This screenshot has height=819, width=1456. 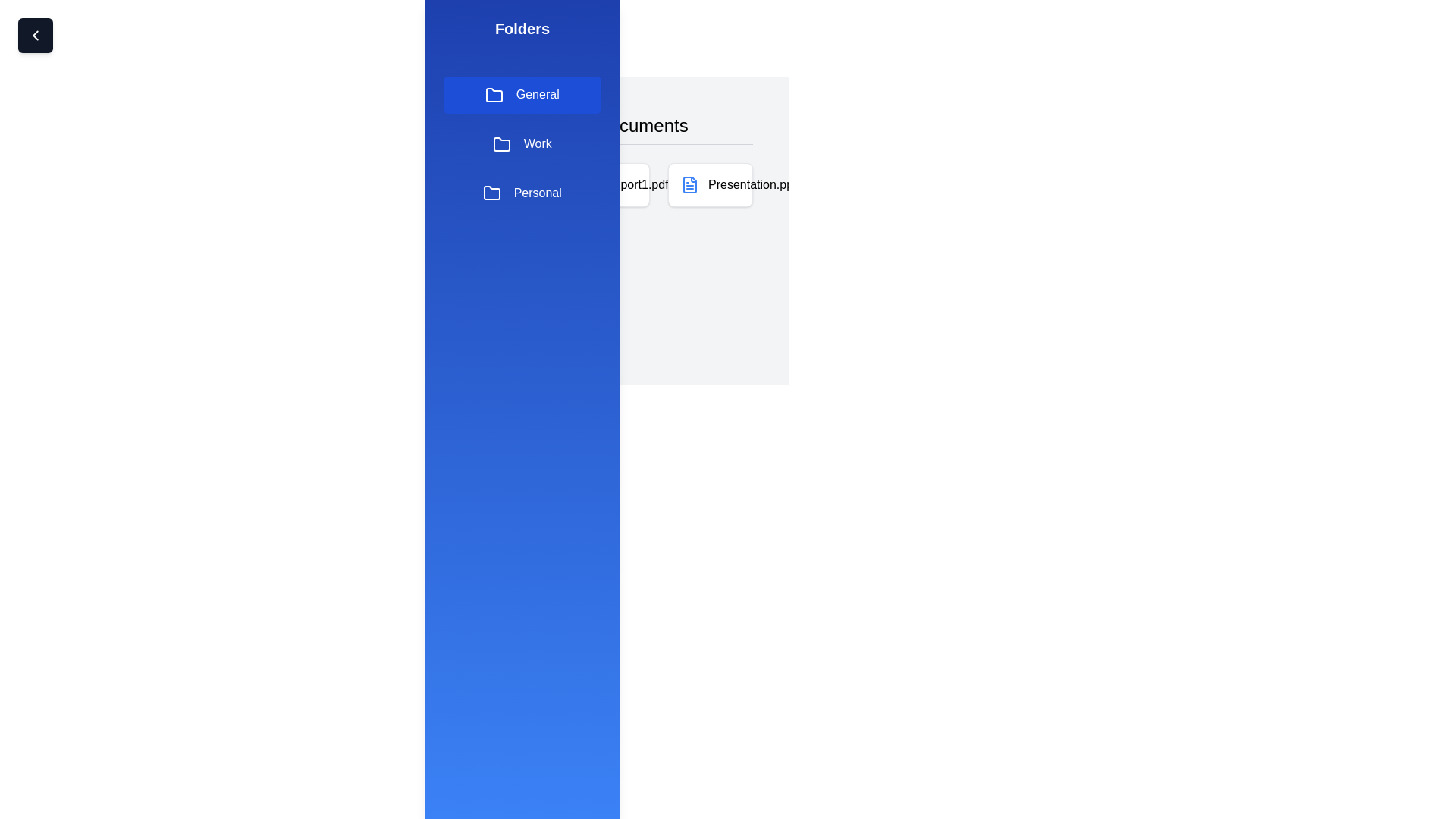 What do you see at coordinates (502, 144) in the screenshot?
I see `the folder icon, which is a minimalistic white icon located to the left of the text 'Work' in the Folders section` at bounding box center [502, 144].